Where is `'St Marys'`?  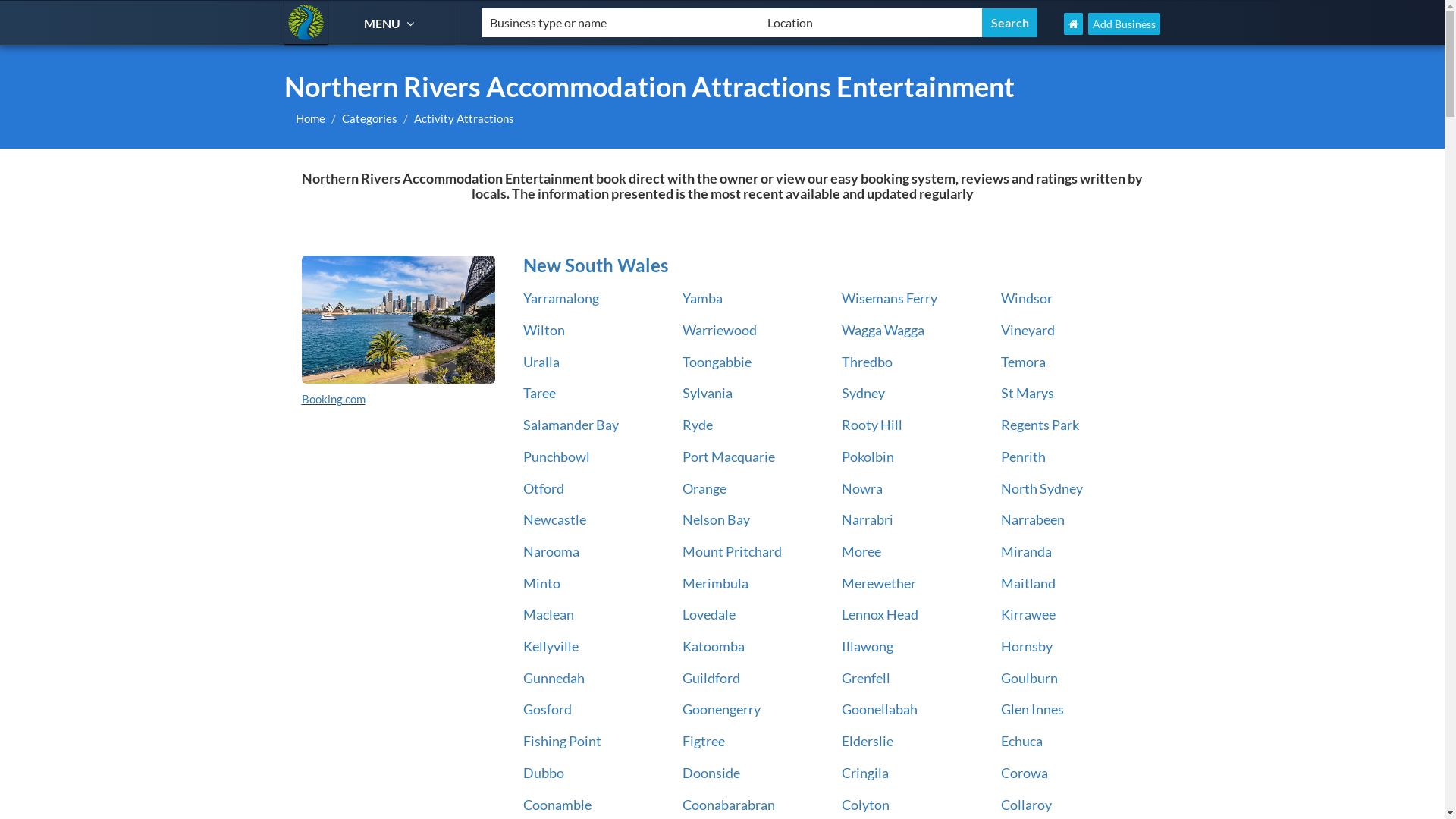
'St Marys' is located at coordinates (1027, 391).